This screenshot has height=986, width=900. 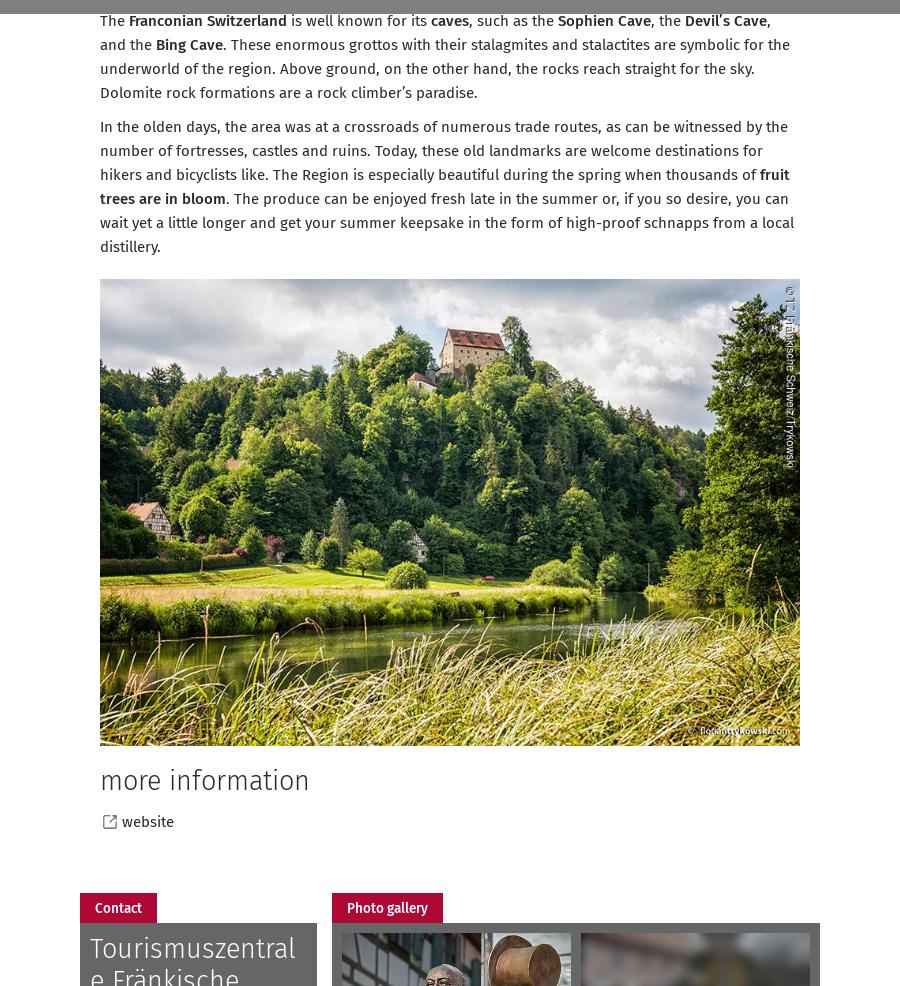 What do you see at coordinates (444, 67) in the screenshot?
I see `'. These enormous grottos with their stalagmites and stalactites are symbolic for the underworld of the region. Above ground, on the other hand, the rocks reach straight for the sky. Dolomite rock formations are a rock climber’s paradise.'` at bounding box center [444, 67].